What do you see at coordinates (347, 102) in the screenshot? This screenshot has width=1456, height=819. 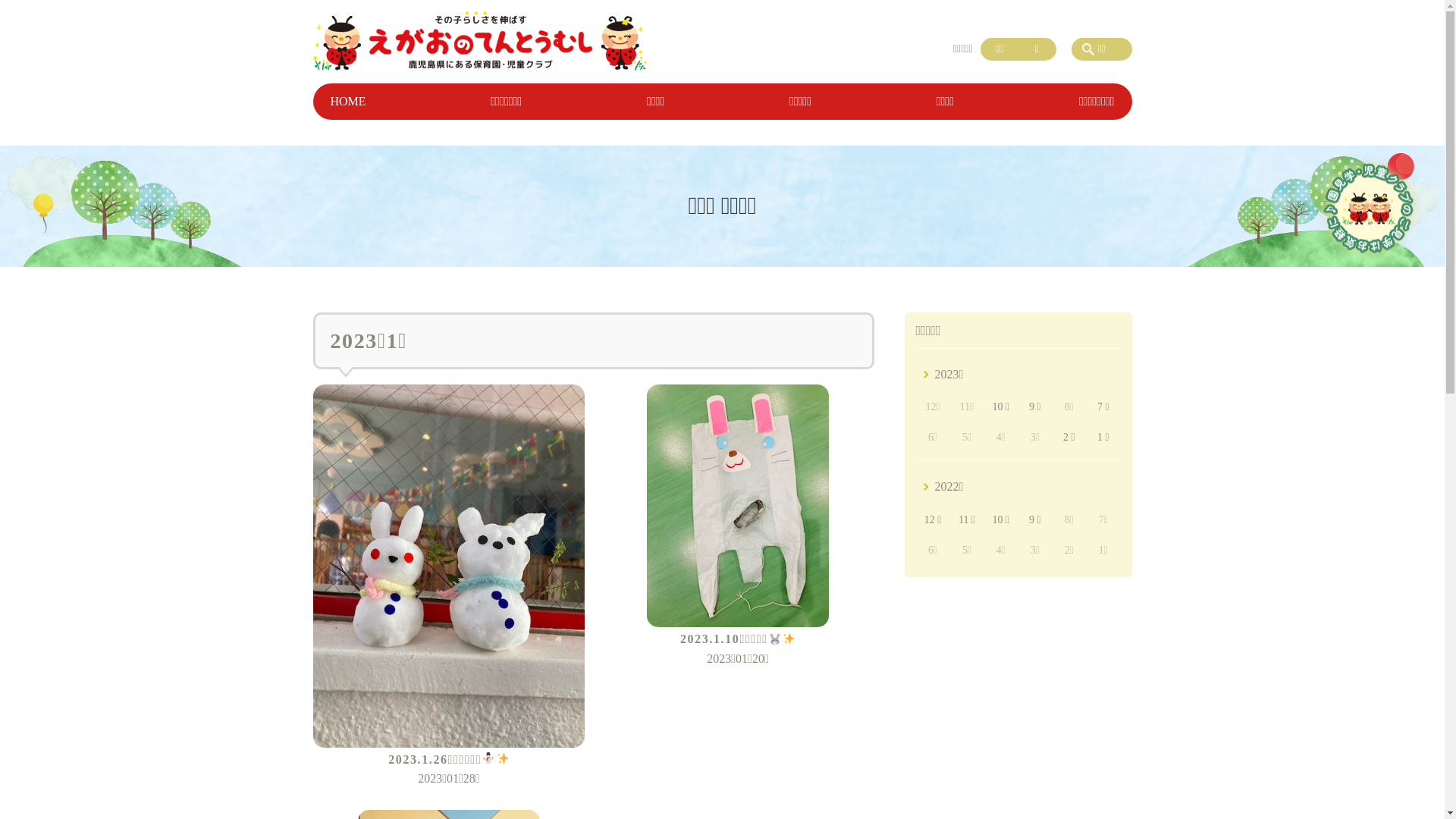 I see `'HOME'` at bounding box center [347, 102].